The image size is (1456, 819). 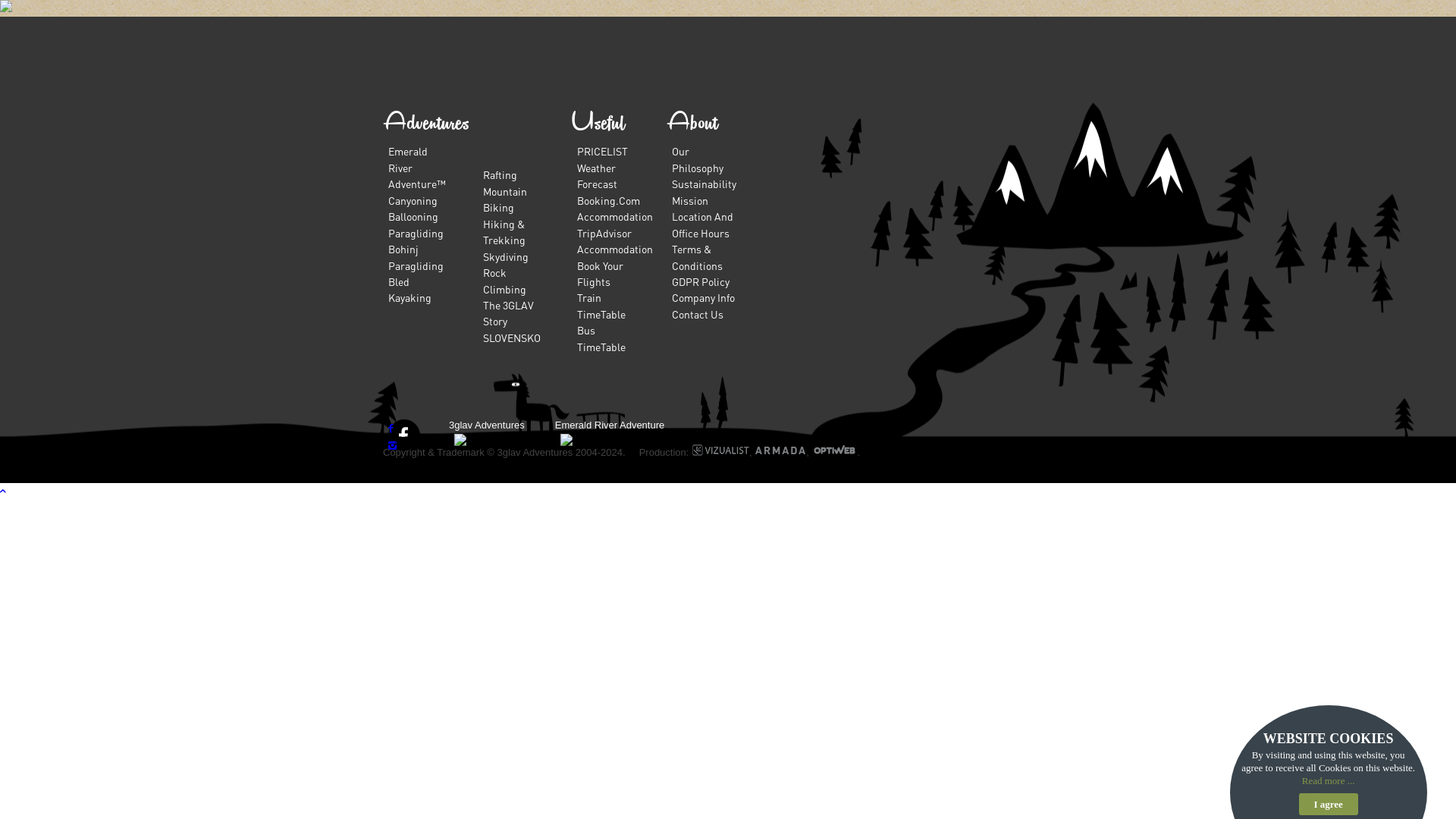 What do you see at coordinates (416, 271) in the screenshot?
I see `'Paragliding Bled'` at bounding box center [416, 271].